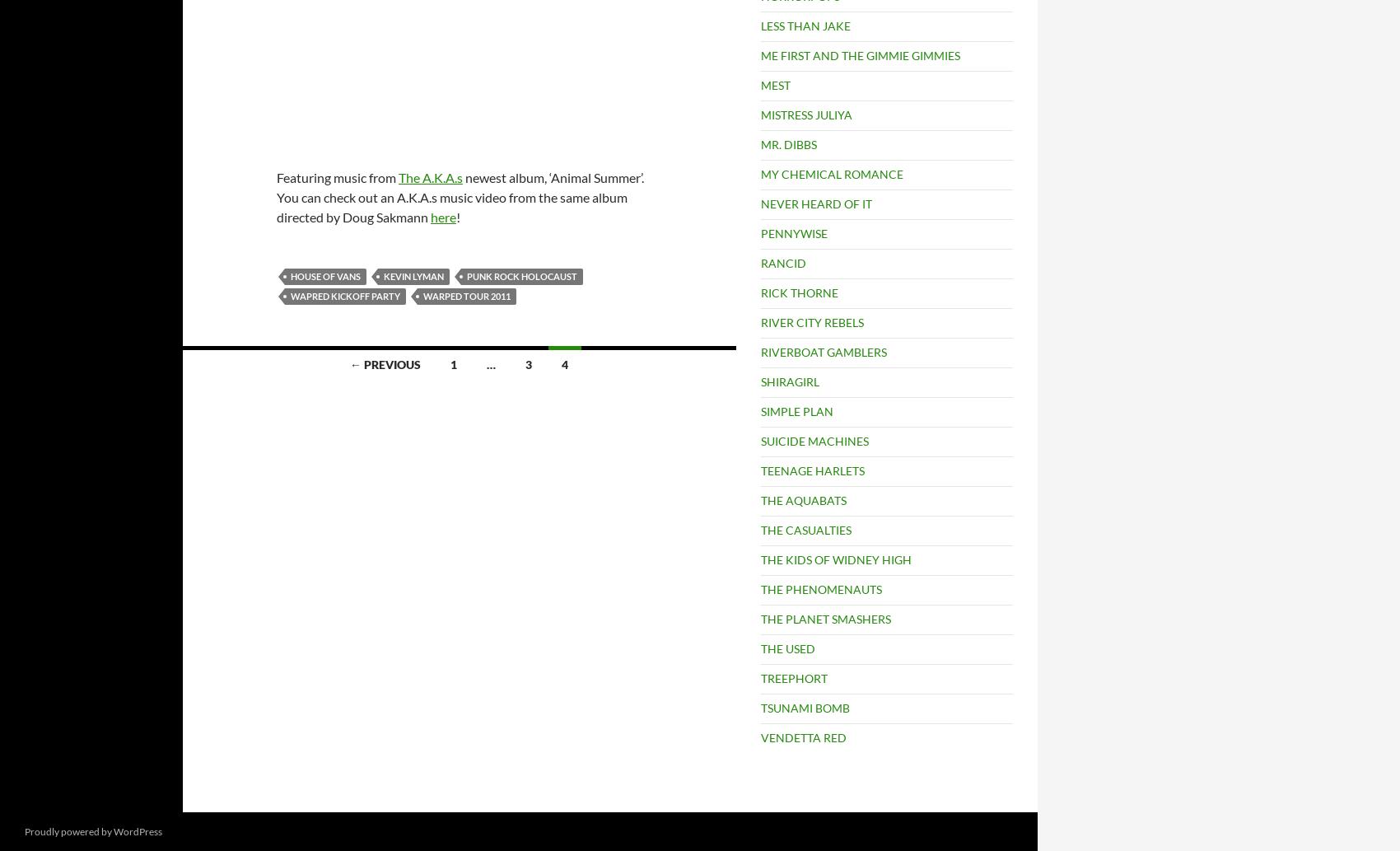  Describe the element at coordinates (787, 143) in the screenshot. I see `'MR. DIBBS'` at that location.